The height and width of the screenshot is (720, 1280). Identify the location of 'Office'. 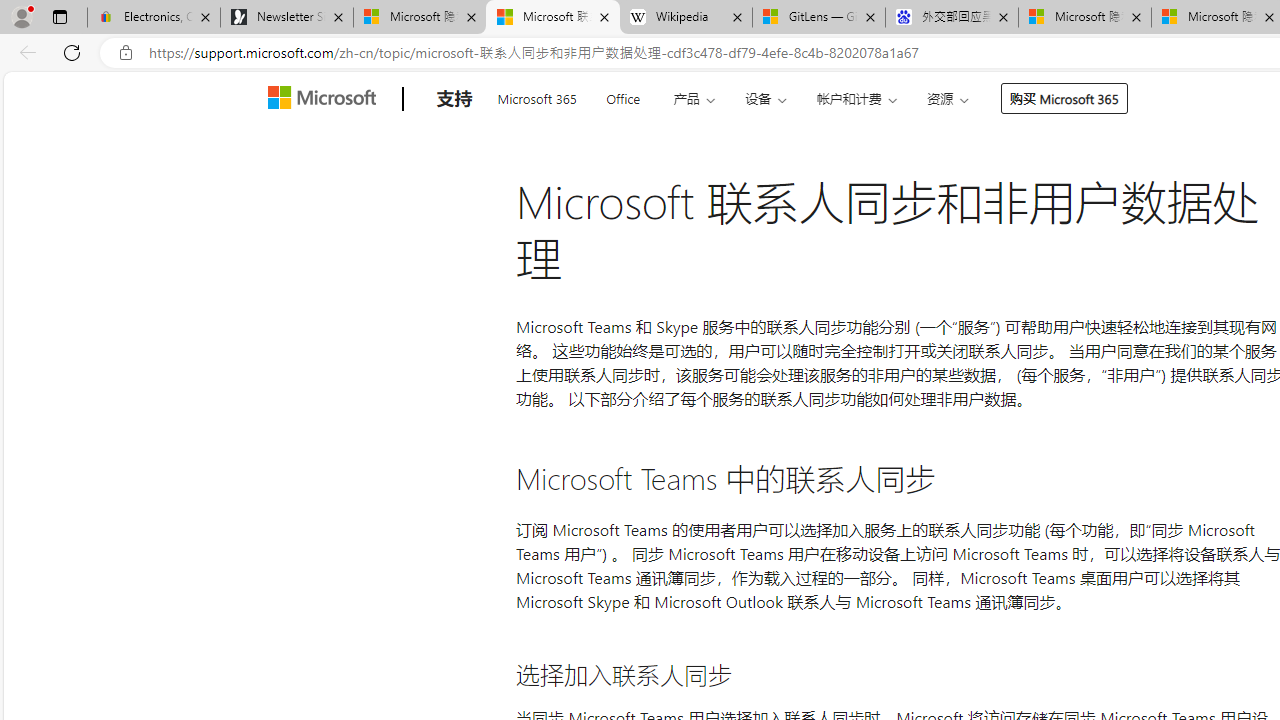
(622, 96).